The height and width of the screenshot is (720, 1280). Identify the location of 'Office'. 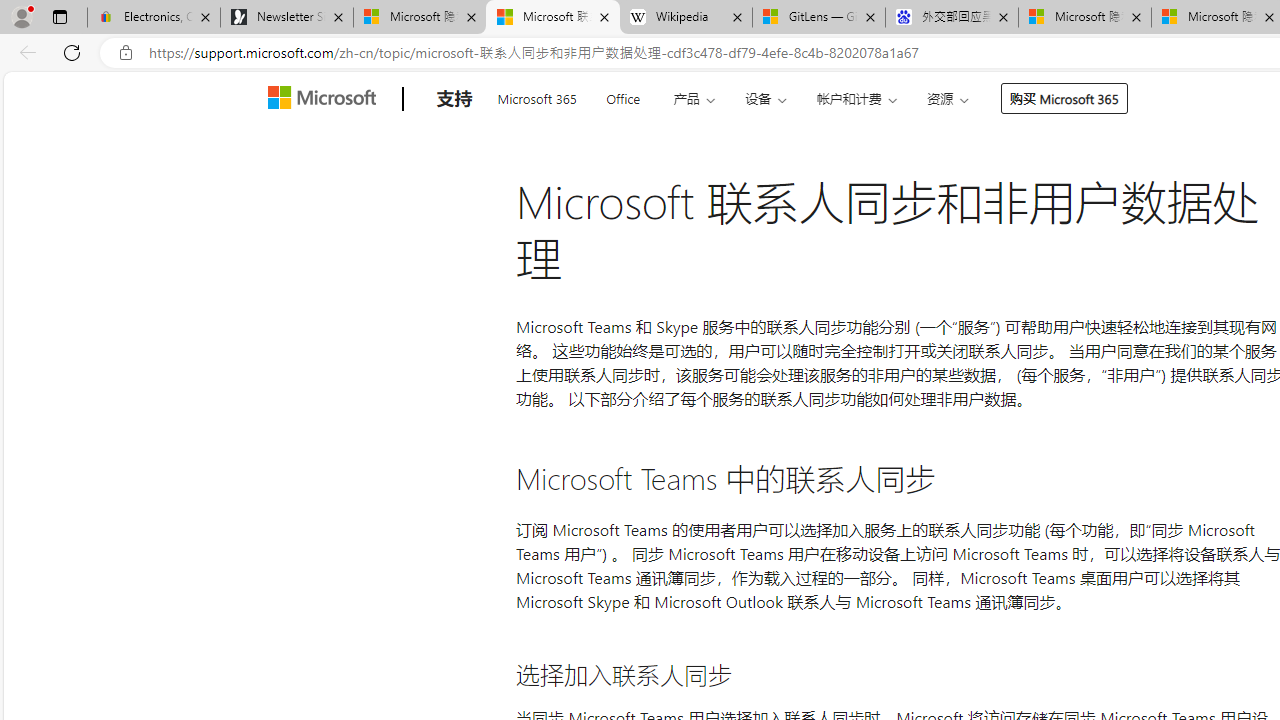
(622, 96).